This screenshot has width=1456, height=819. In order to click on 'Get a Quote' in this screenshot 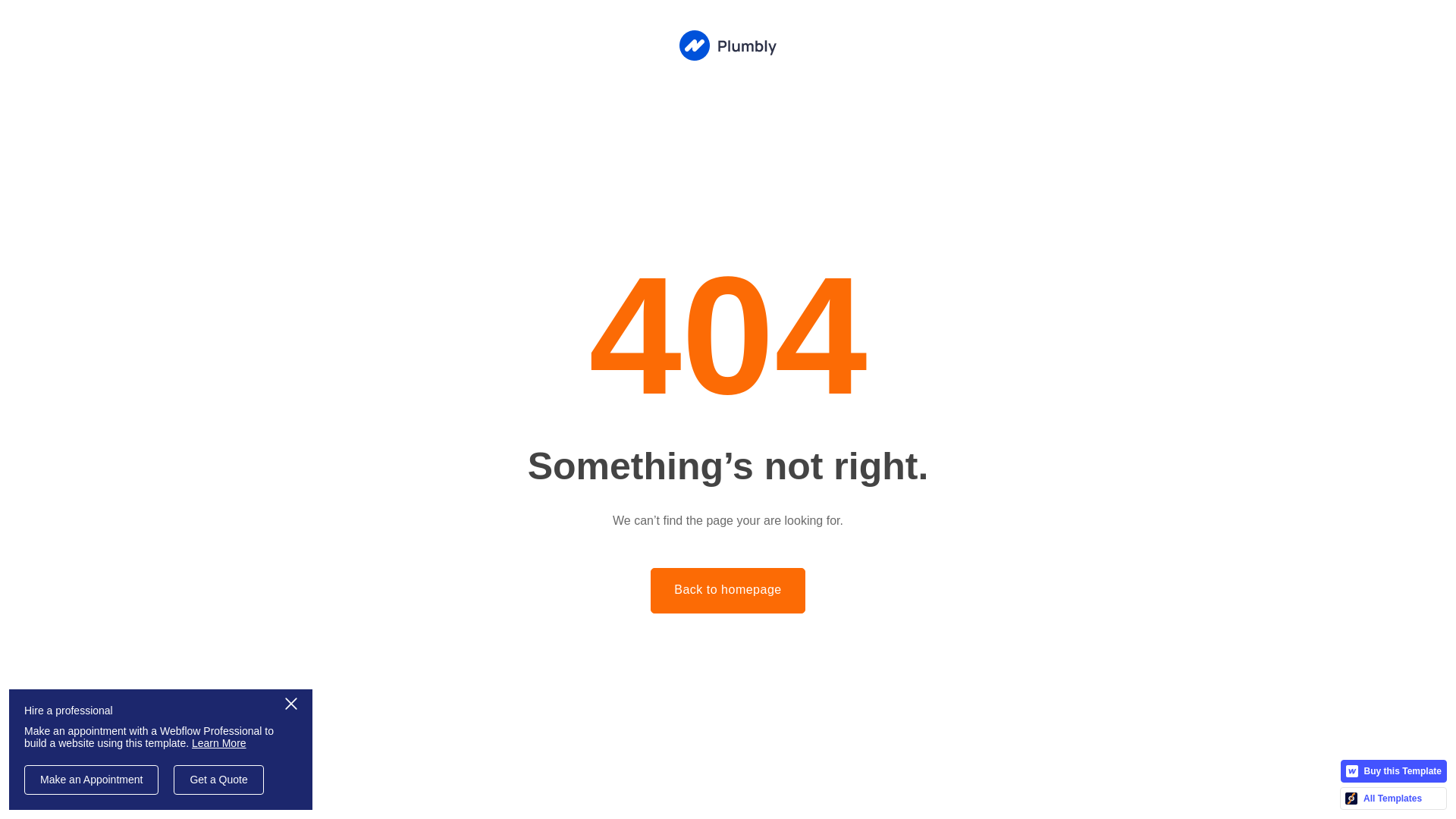, I will do `click(174, 780)`.